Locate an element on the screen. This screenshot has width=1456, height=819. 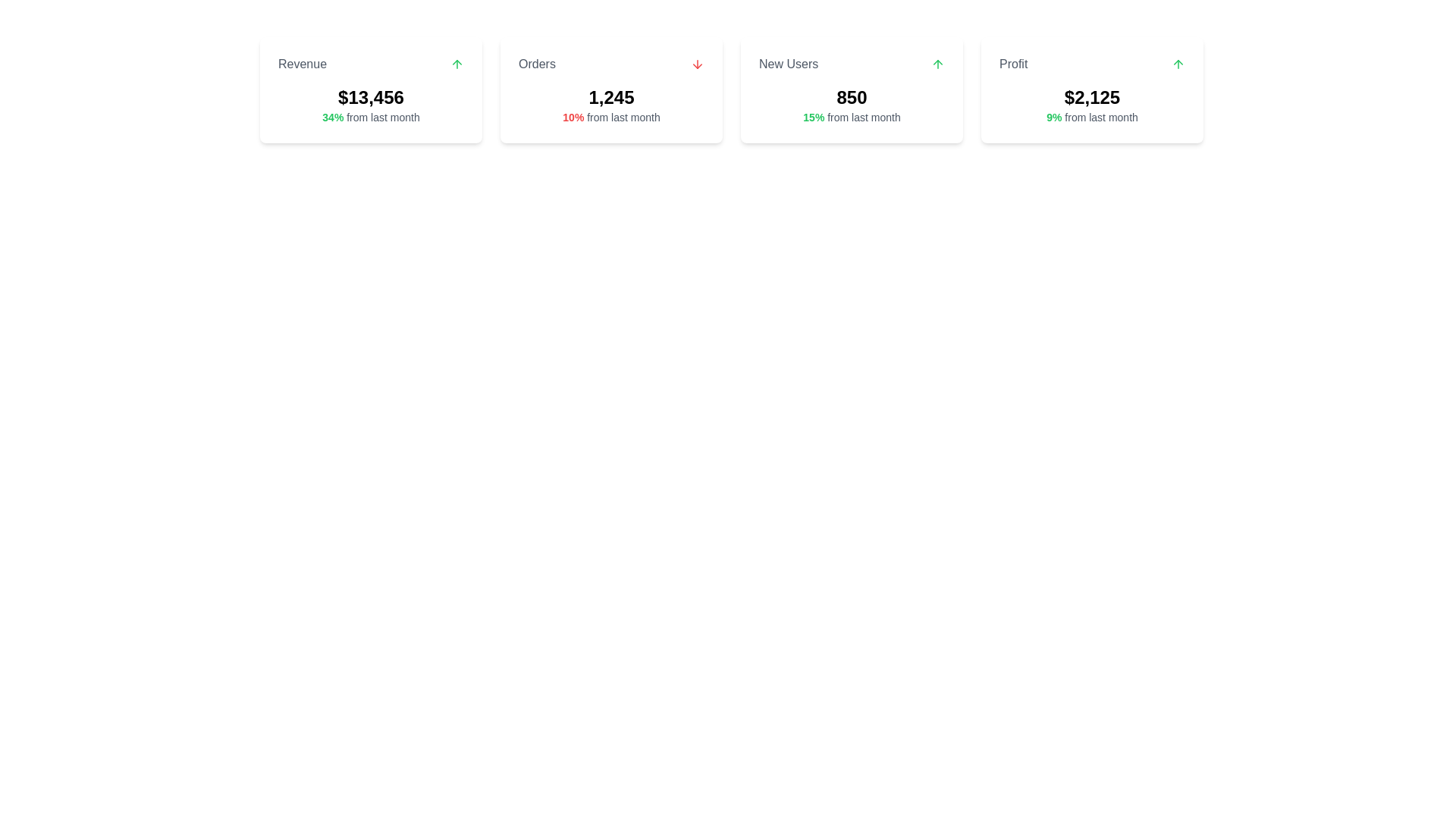
the visual indication of the upward-pointing arrow icon with a green outline located in the 'New Users' section card at the top-right corner adjacent to the user count display is located at coordinates (937, 63).